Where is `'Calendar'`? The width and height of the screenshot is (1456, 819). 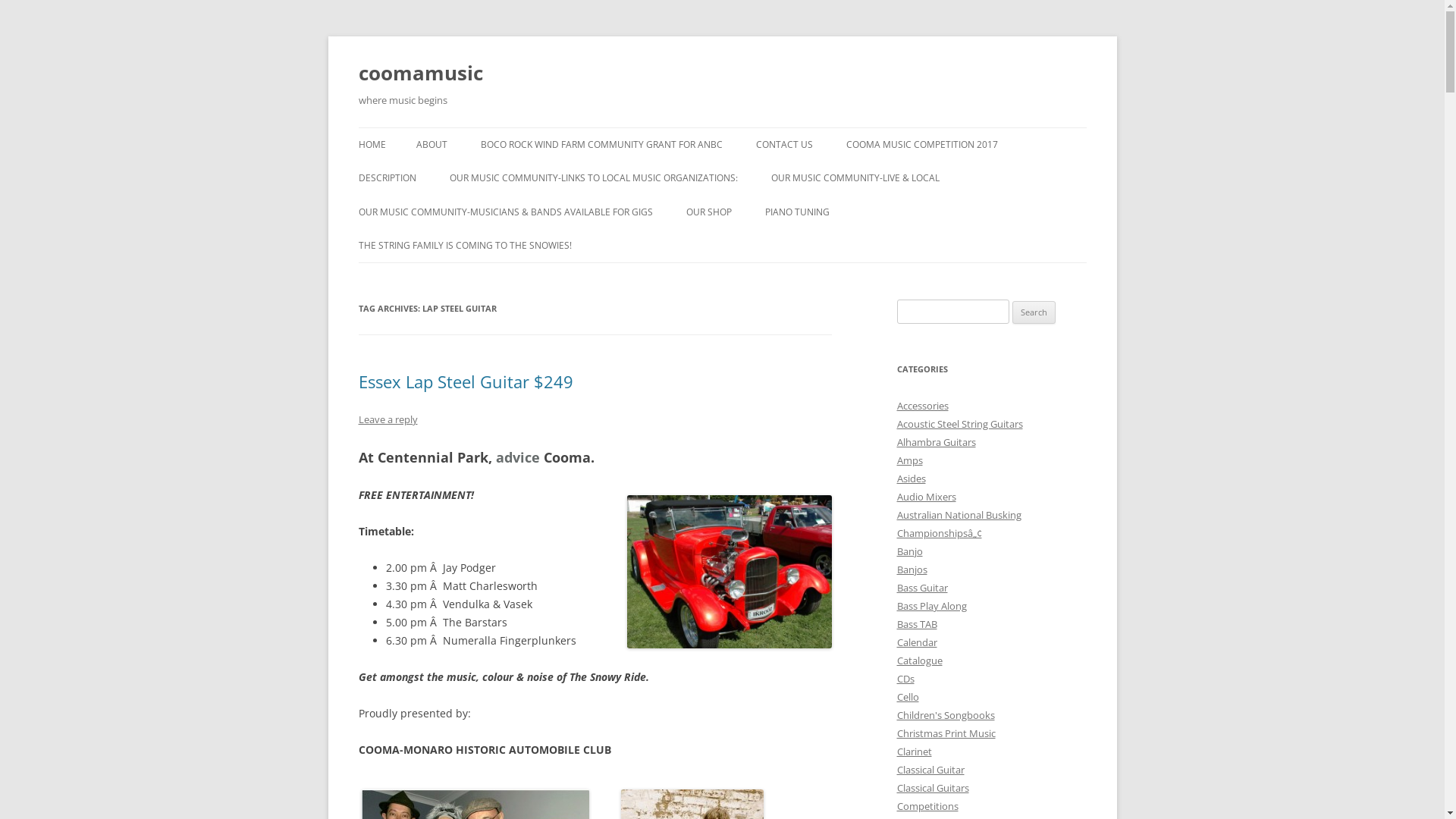 'Calendar' is located at coordinates (915, 642).